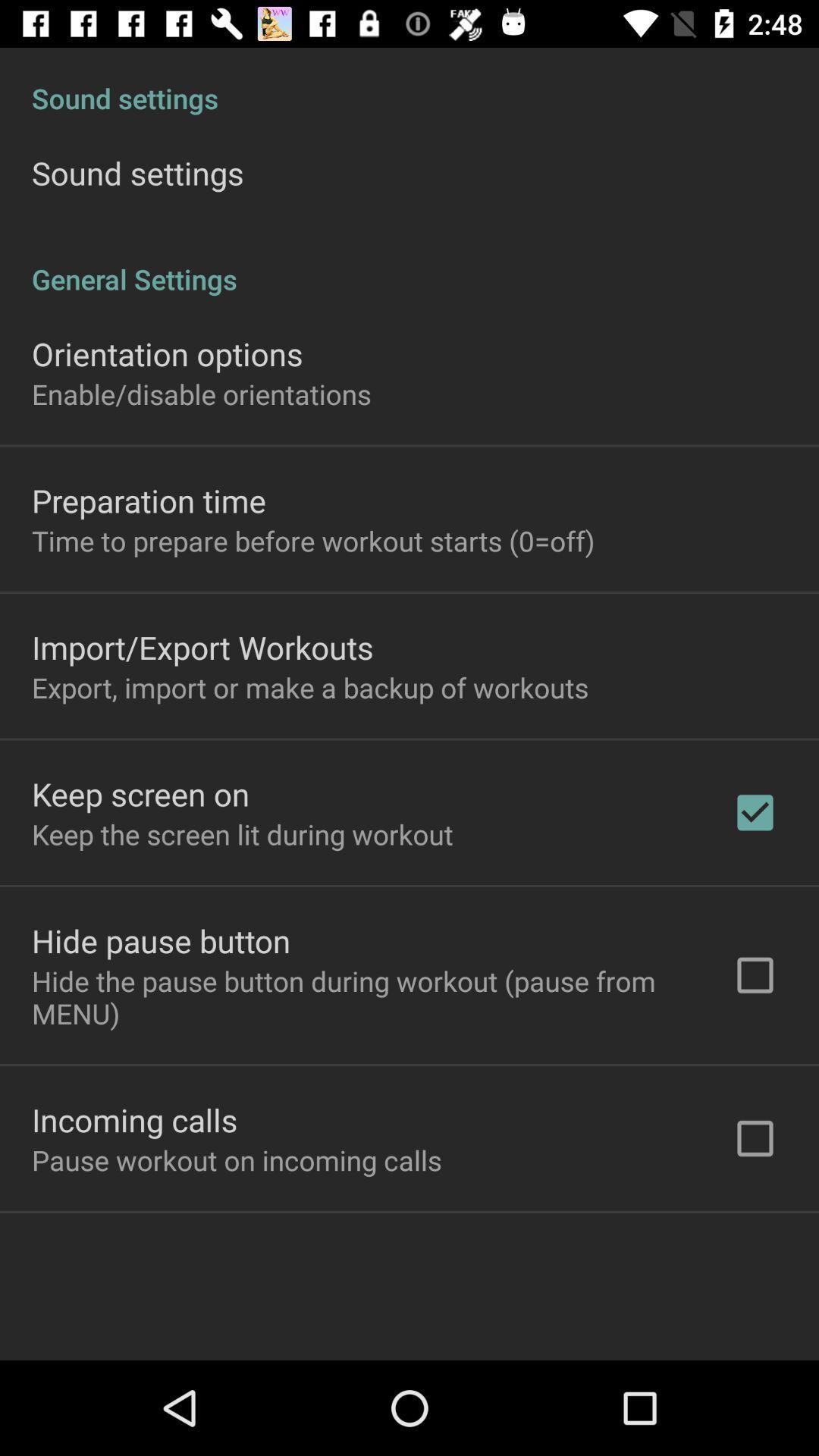 The width and height of the screenshot is (819, 1456). I want to click on general settings item, so click(409, 263).